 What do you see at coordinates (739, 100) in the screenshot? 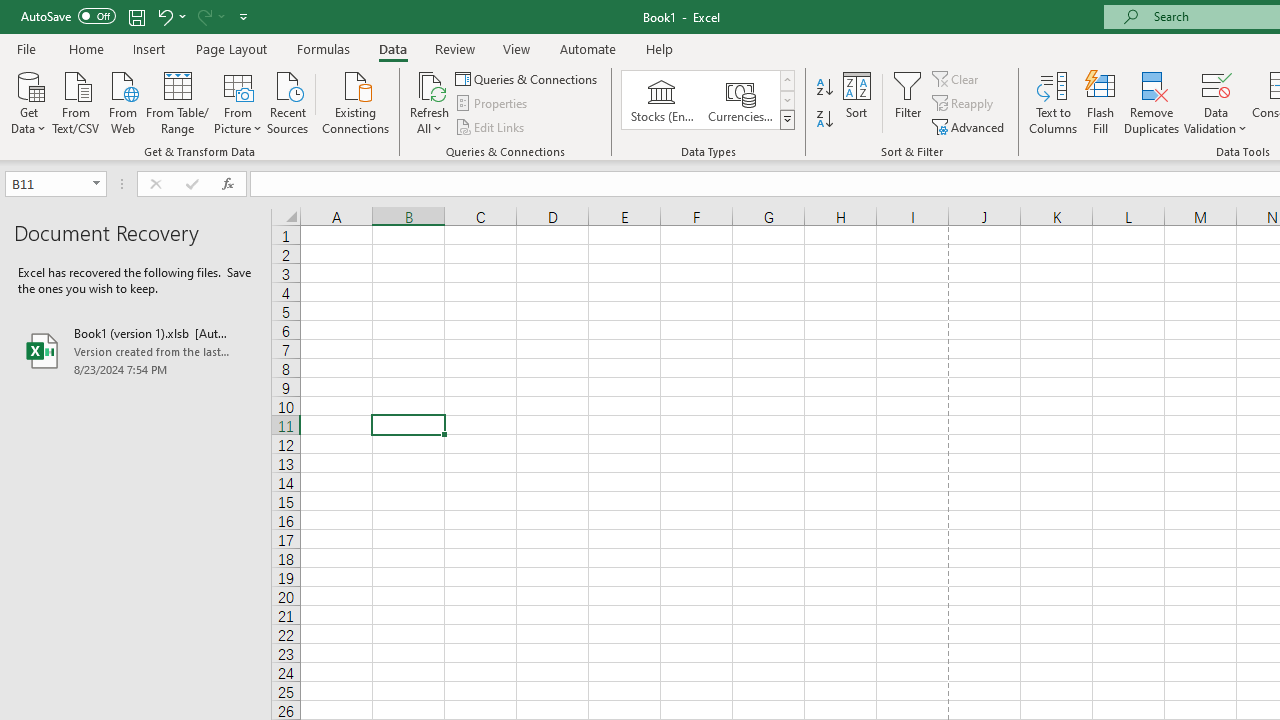
I see `'Currencies (English)'` at bounding box center [739, 100].